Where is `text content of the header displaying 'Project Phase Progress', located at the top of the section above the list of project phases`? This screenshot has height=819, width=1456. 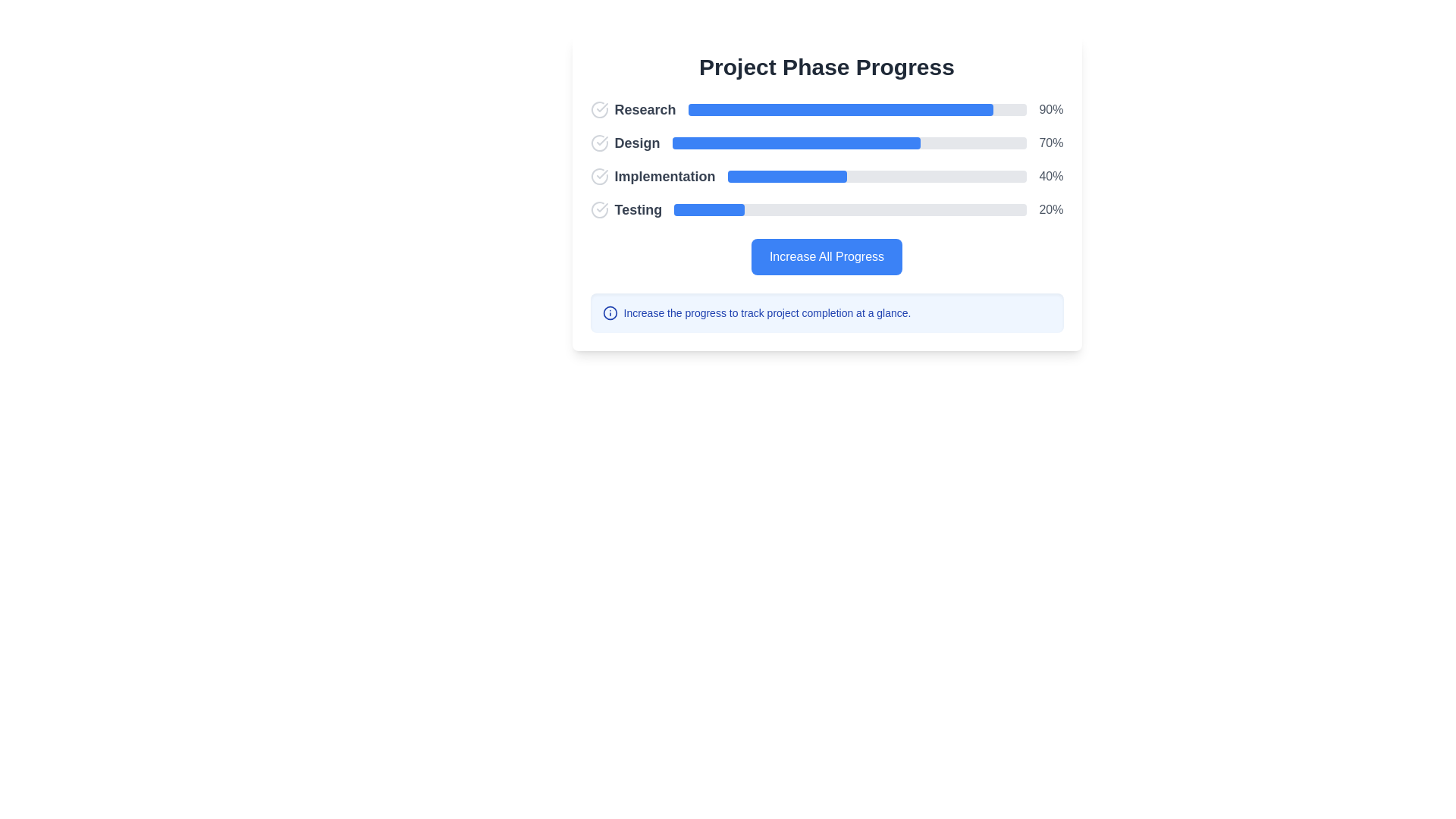
text content of the header displaying 'Project Phase Progress', located at the top of the section above the list of project phases is located at coordinates (826, 66).